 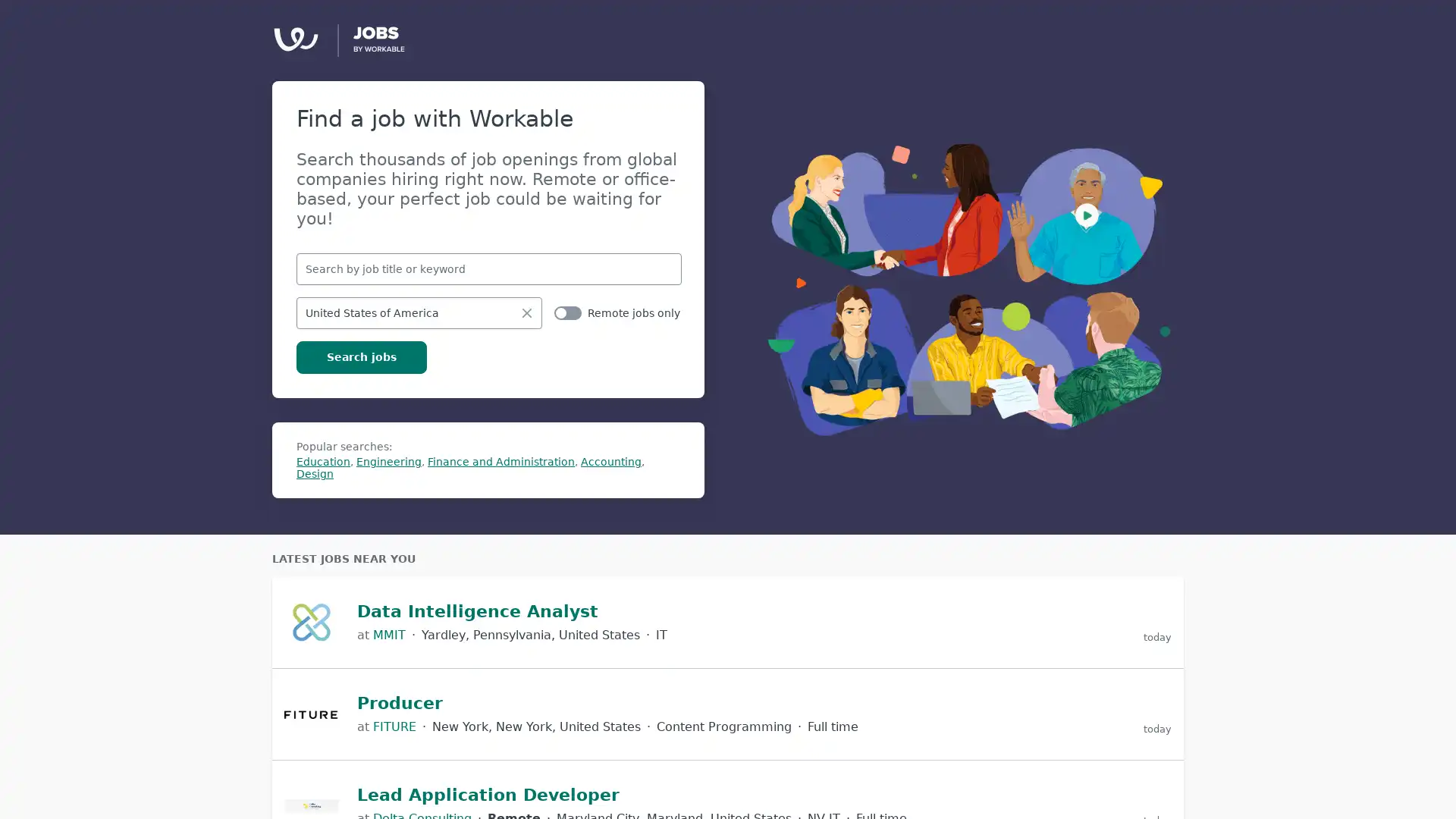 I want to click on FITURE, so click(x=394, y=726).